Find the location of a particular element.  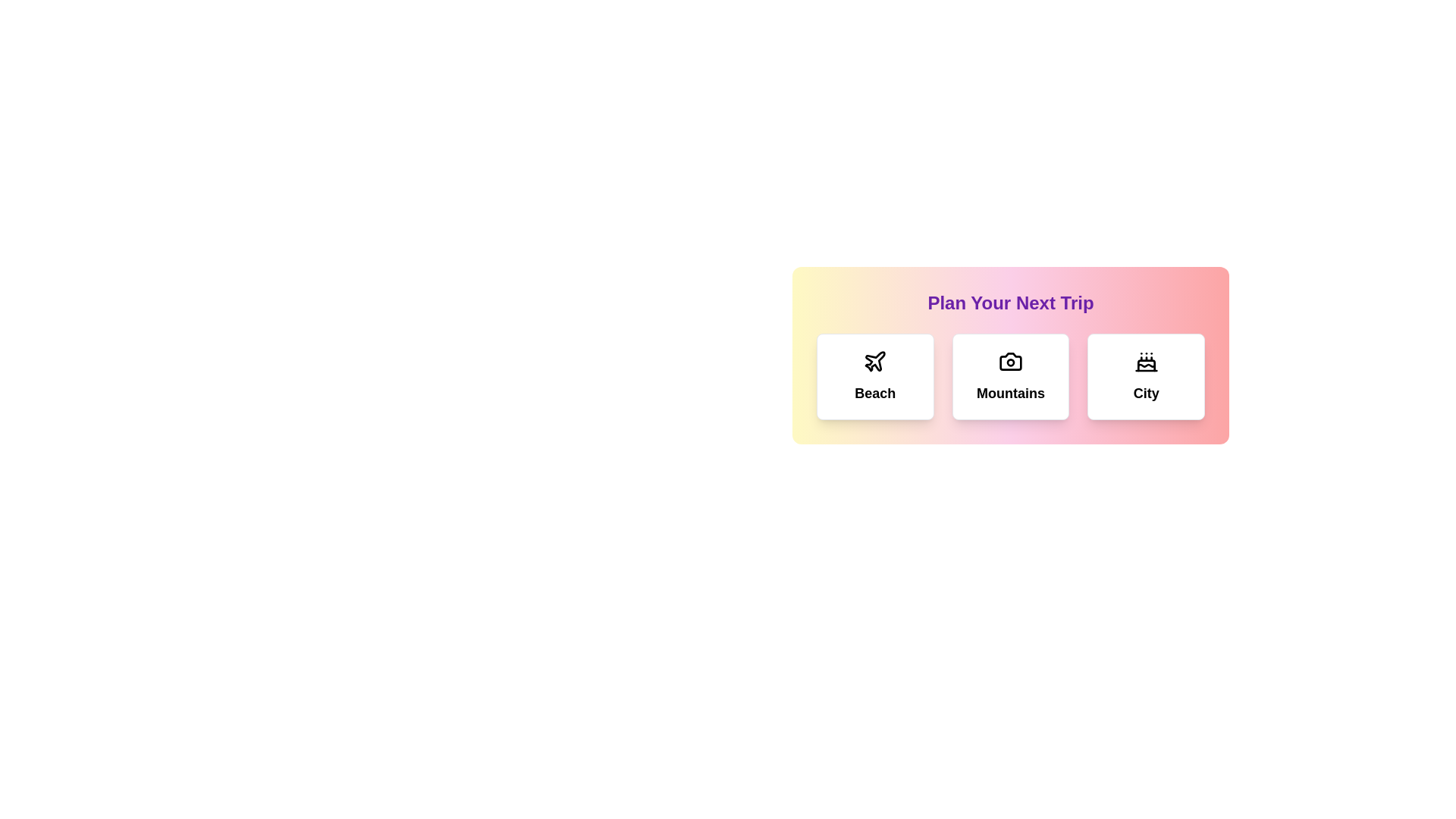

the card corresponding to the destination Beach is located at coordinates (874, 376).